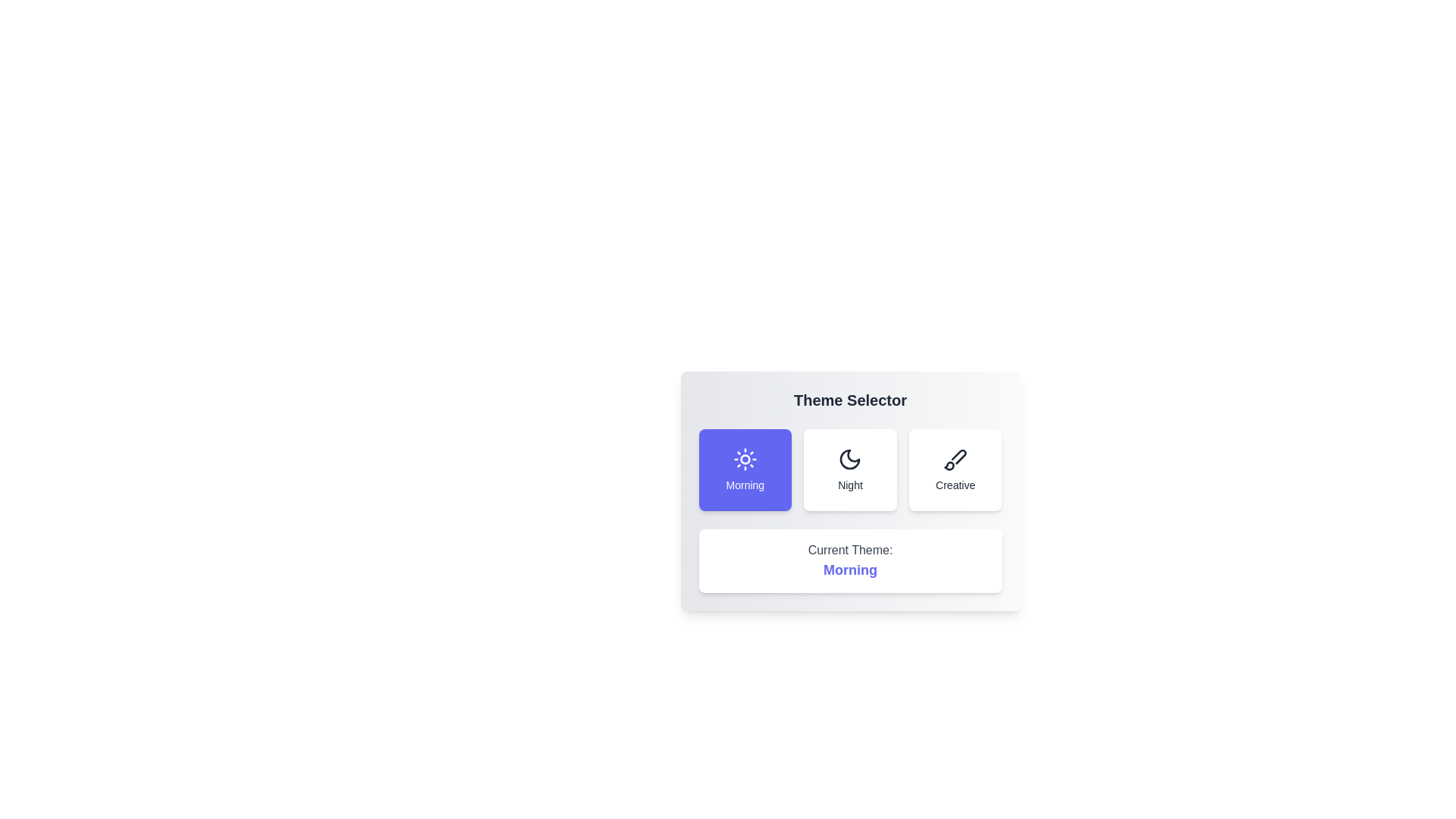 The height and width of the screenshot is (819, 1456). Describe the element at coordinates (955, 469) in the screenshot. I see `the Creative button to observe its hover effect` at that location.